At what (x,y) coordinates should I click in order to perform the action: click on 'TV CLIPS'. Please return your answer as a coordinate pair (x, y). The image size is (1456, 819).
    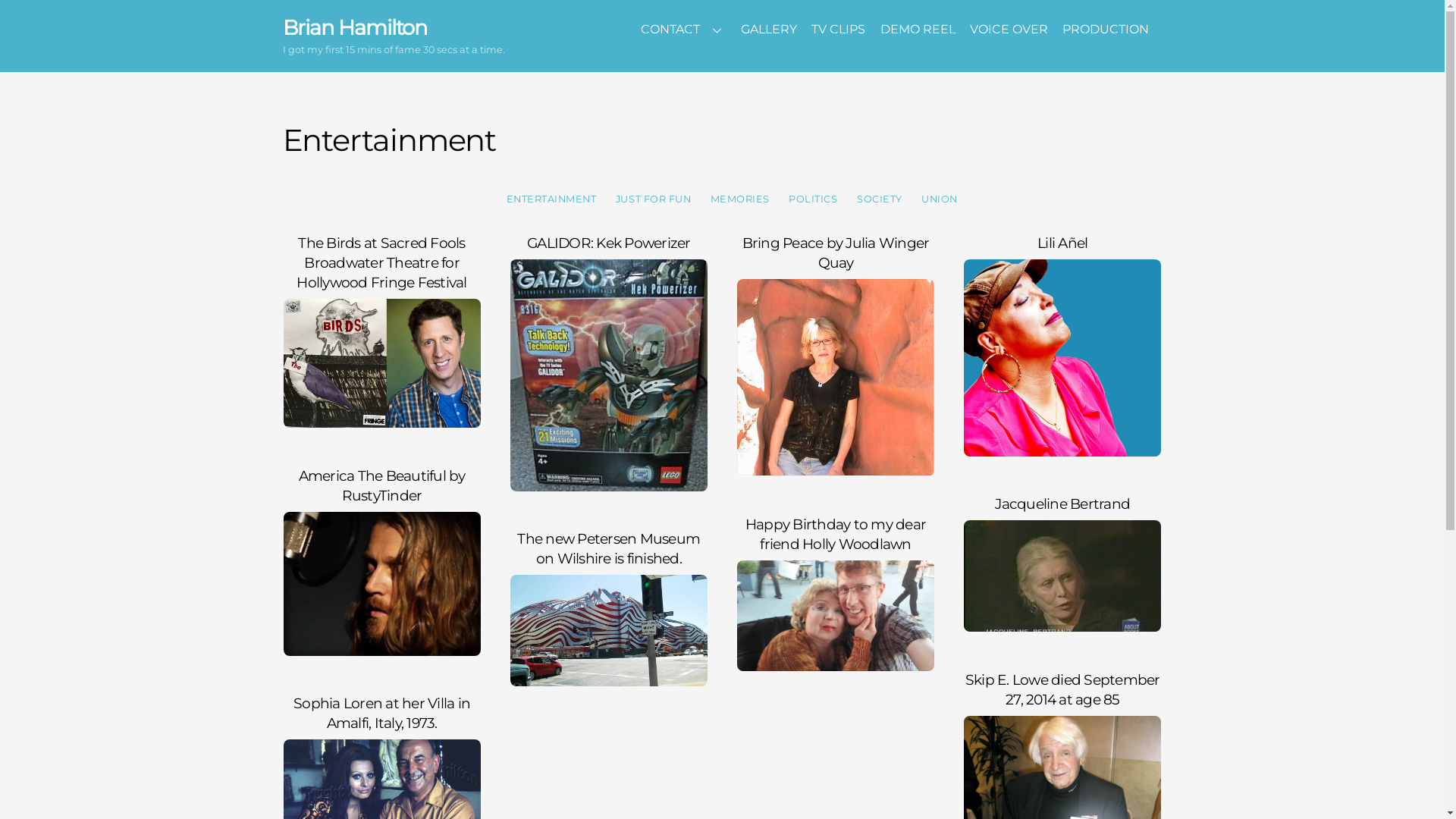
    Looking at the image, I should click on (837, 29).